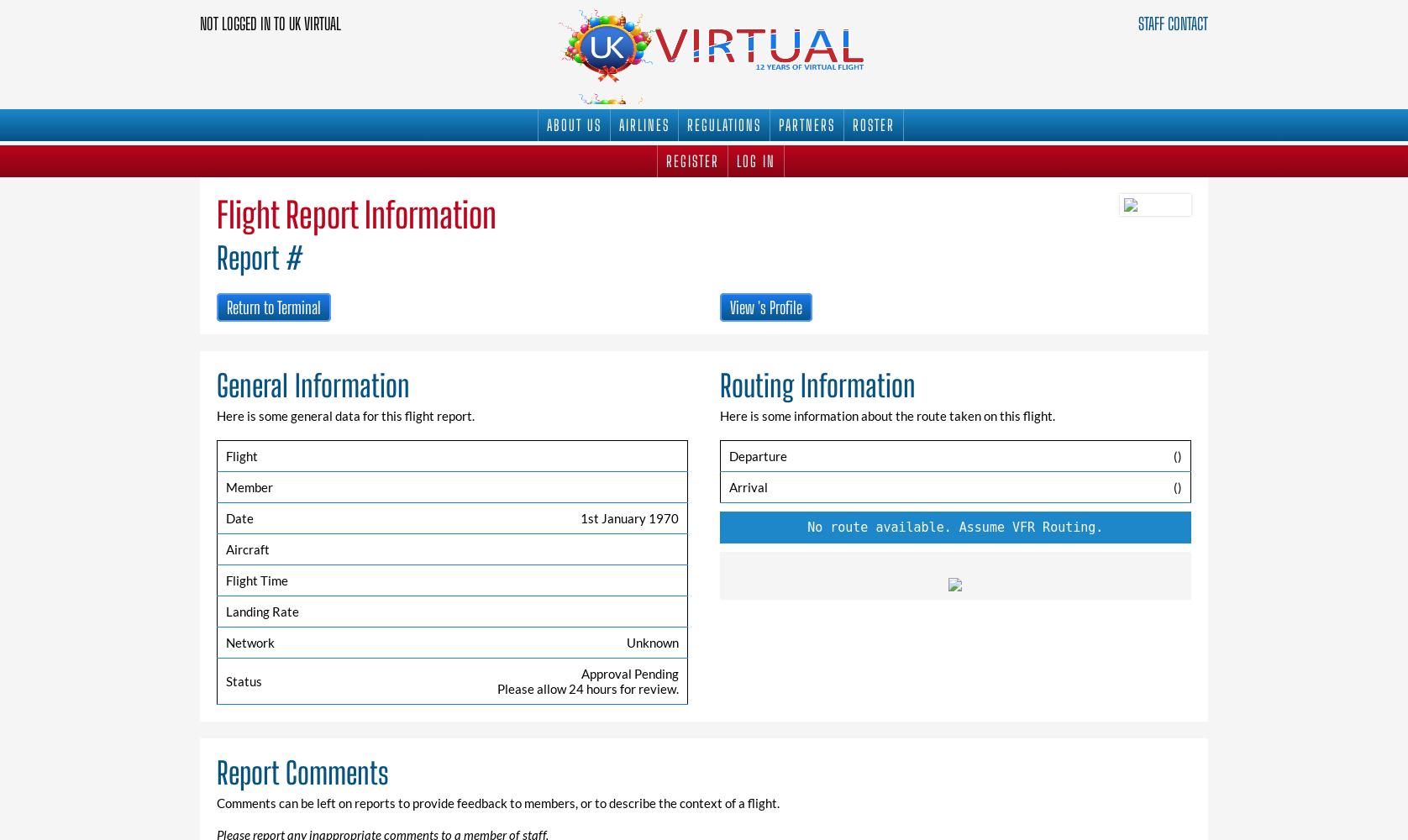 The width and height of the screenshot is (1408, 840). I want to click on 'Not logged in to UK virtual', so click(198, 24).